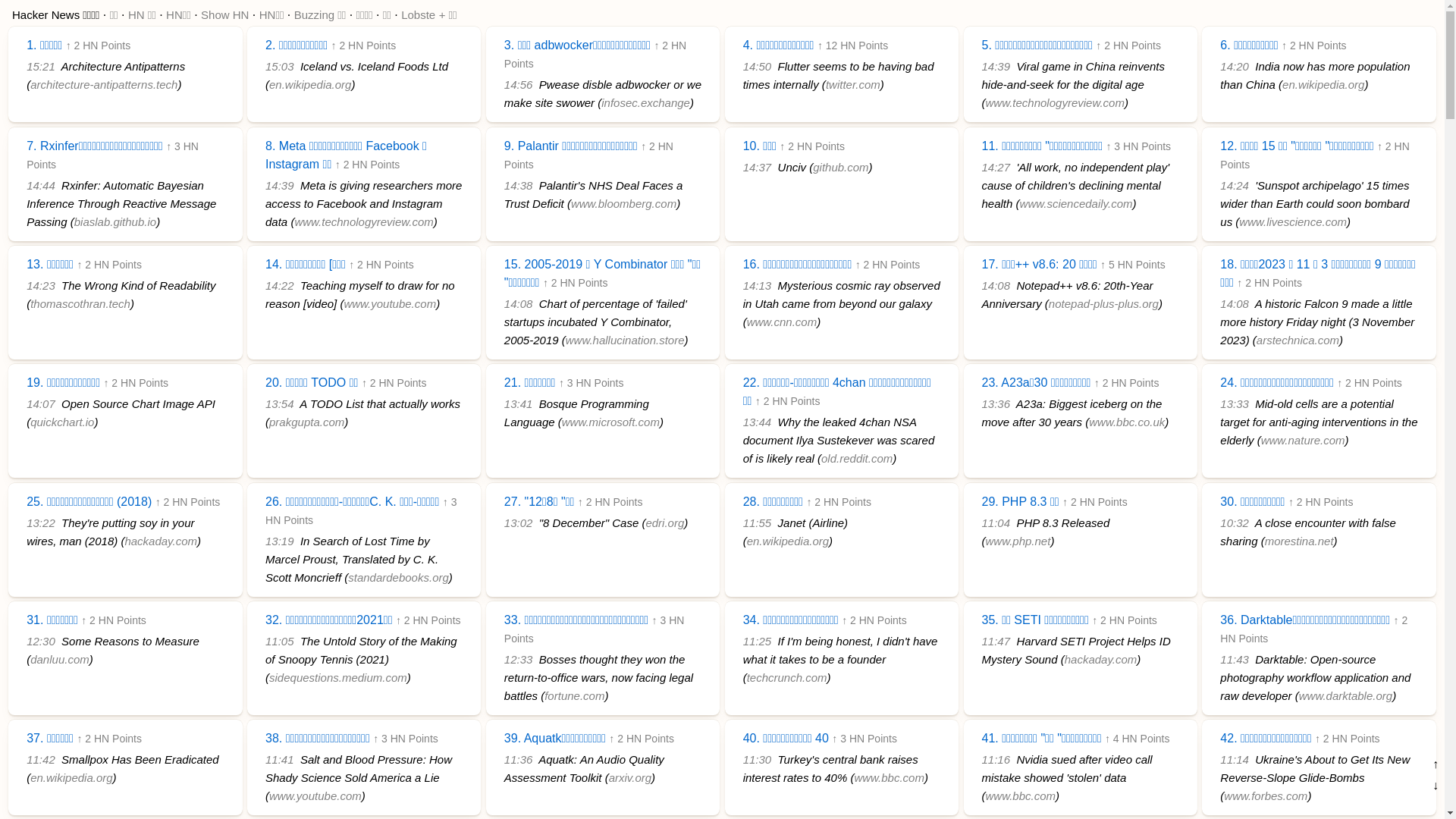 The height and width of the screenshot is (819, 1456). I want to click on 'fortune.com', so click(573, 695).